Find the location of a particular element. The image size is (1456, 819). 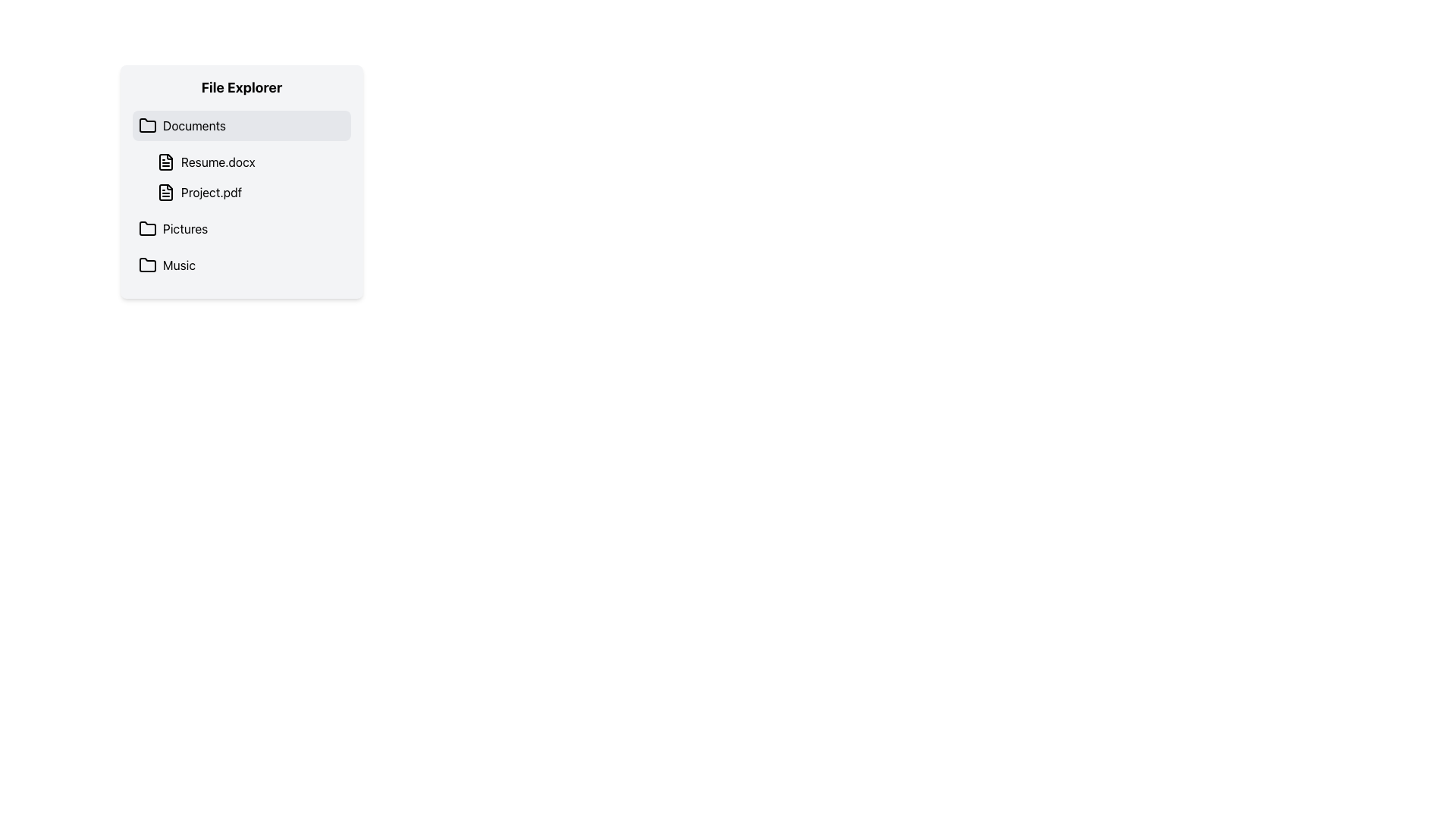

the folder icon located to the left of the 'Documents' label in the file explorer interface, which resembles a small graphical component with rounded edges and an outline is located at coordinates (148, 124).